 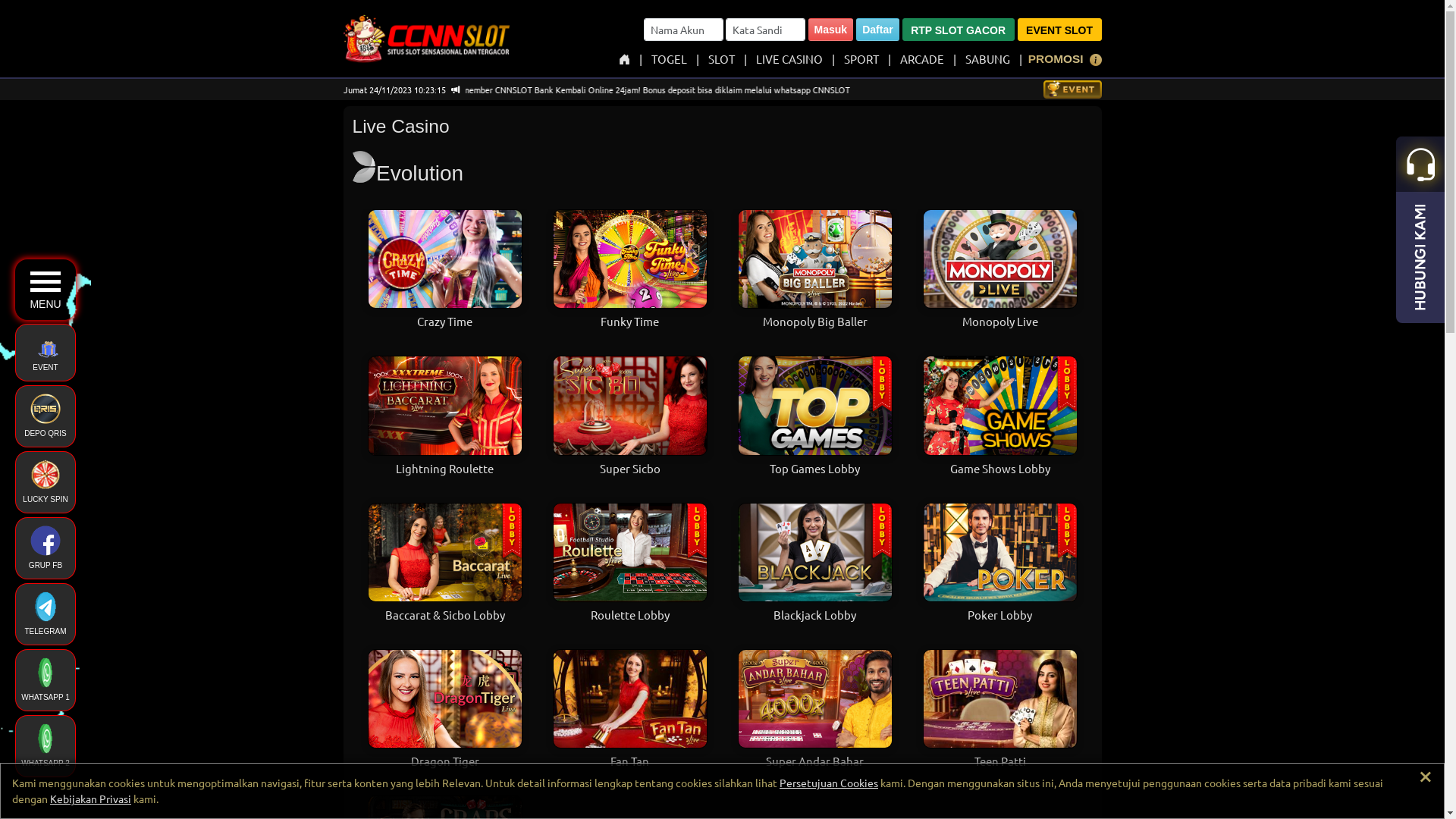 I want to click on 'SABUNG', so click(x=987, y=58).